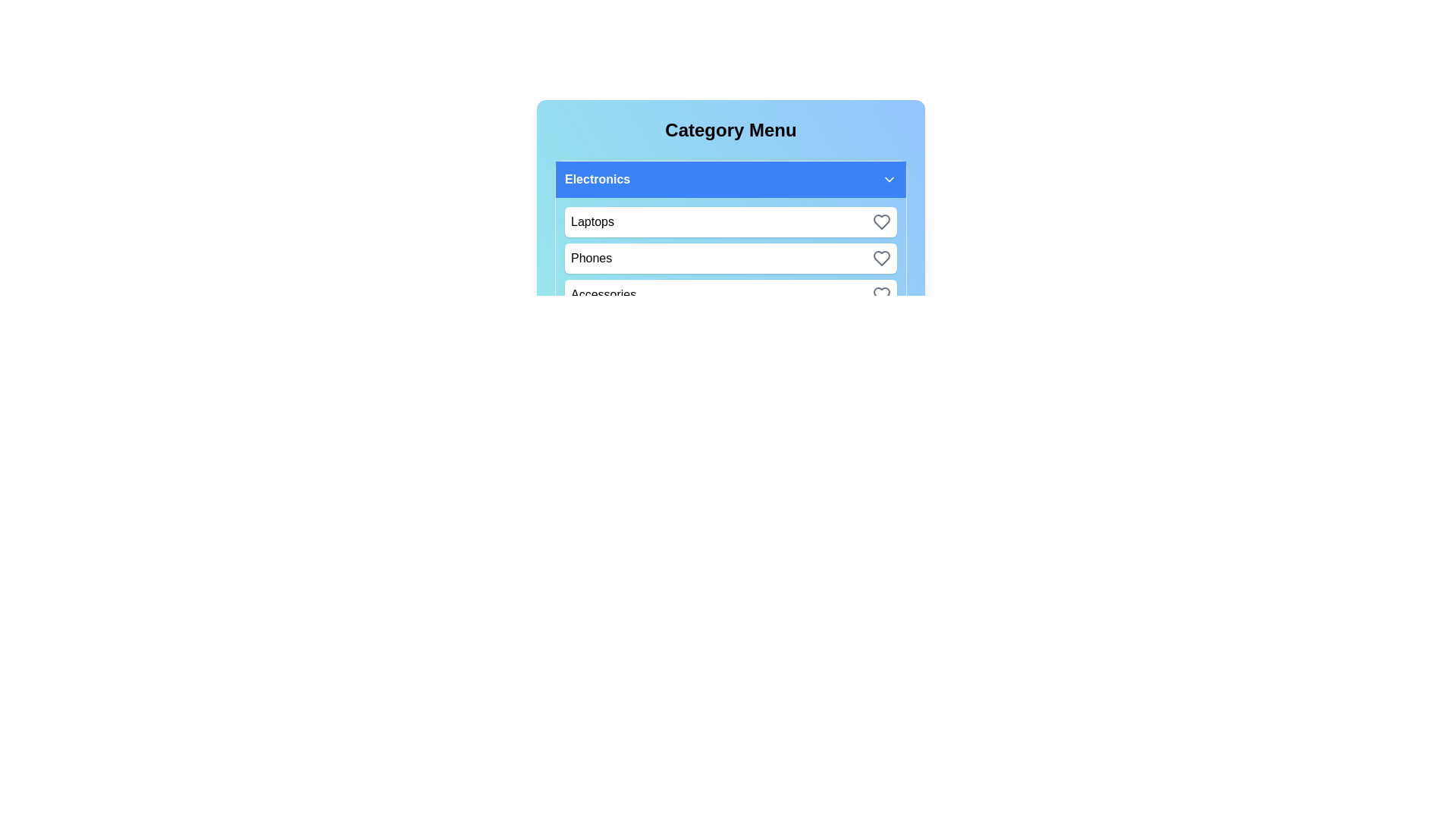  I want to click on the heart-shaped icon button located in the right-hand column of the 'Phones' row in the 'Category Menu' dropdown, so click(881, 257).